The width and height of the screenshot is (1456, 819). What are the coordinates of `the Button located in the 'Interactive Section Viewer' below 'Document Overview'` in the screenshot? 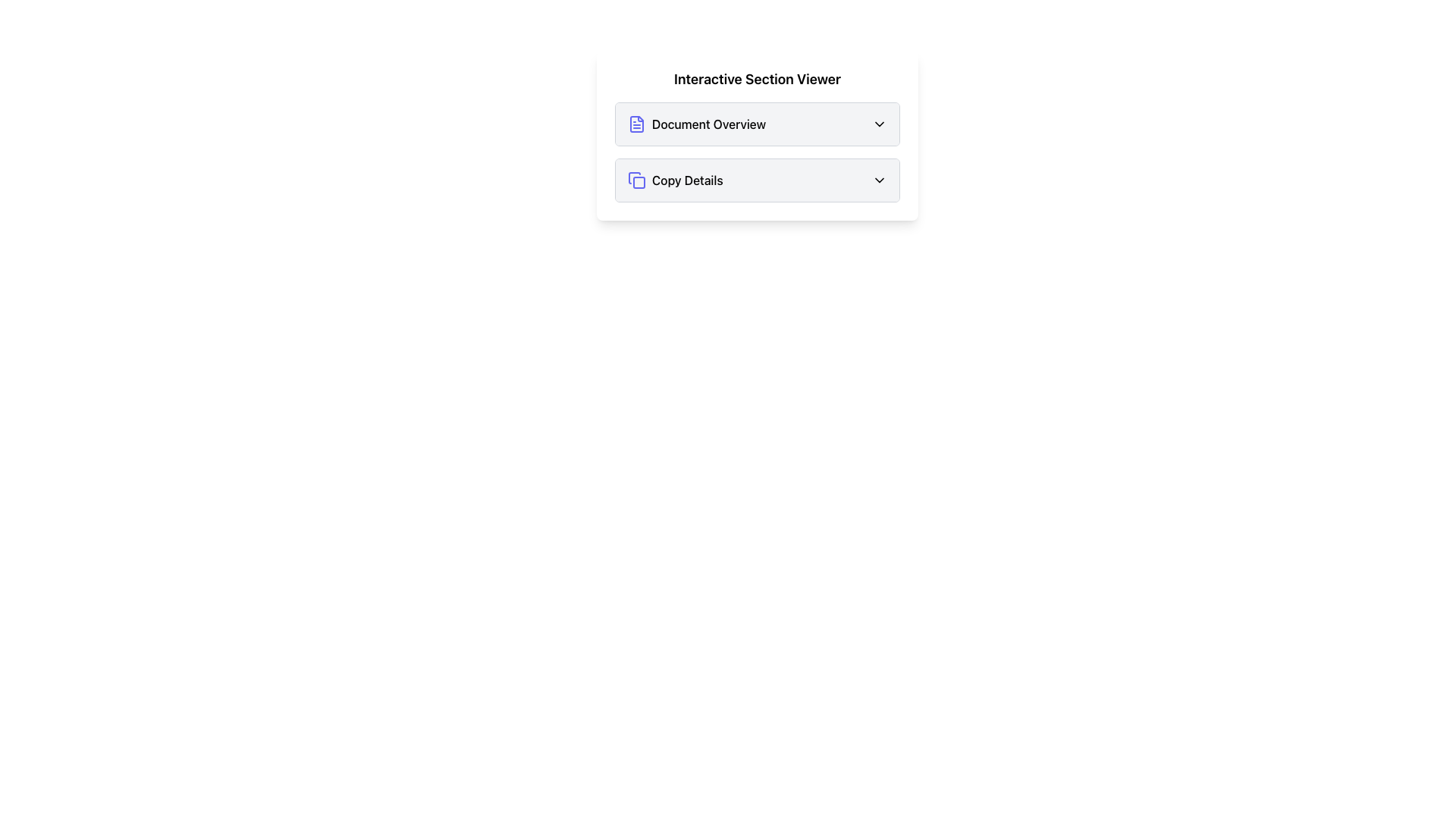 It's located at (757, 180).